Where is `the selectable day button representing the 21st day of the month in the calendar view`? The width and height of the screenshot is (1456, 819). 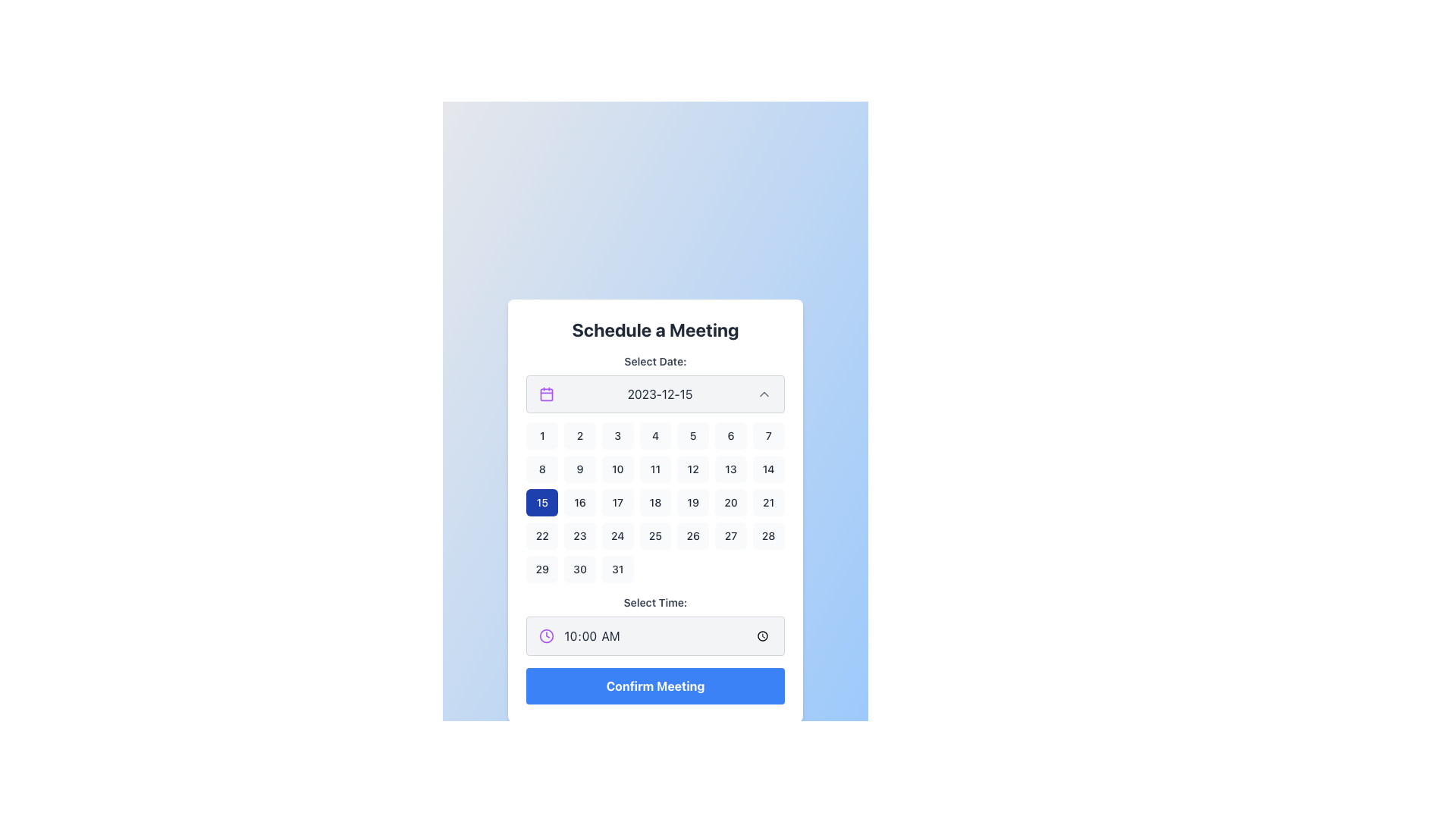 the selectable day button representing the 21st day of the month in the calendar view is located at coordinates (768, 503).